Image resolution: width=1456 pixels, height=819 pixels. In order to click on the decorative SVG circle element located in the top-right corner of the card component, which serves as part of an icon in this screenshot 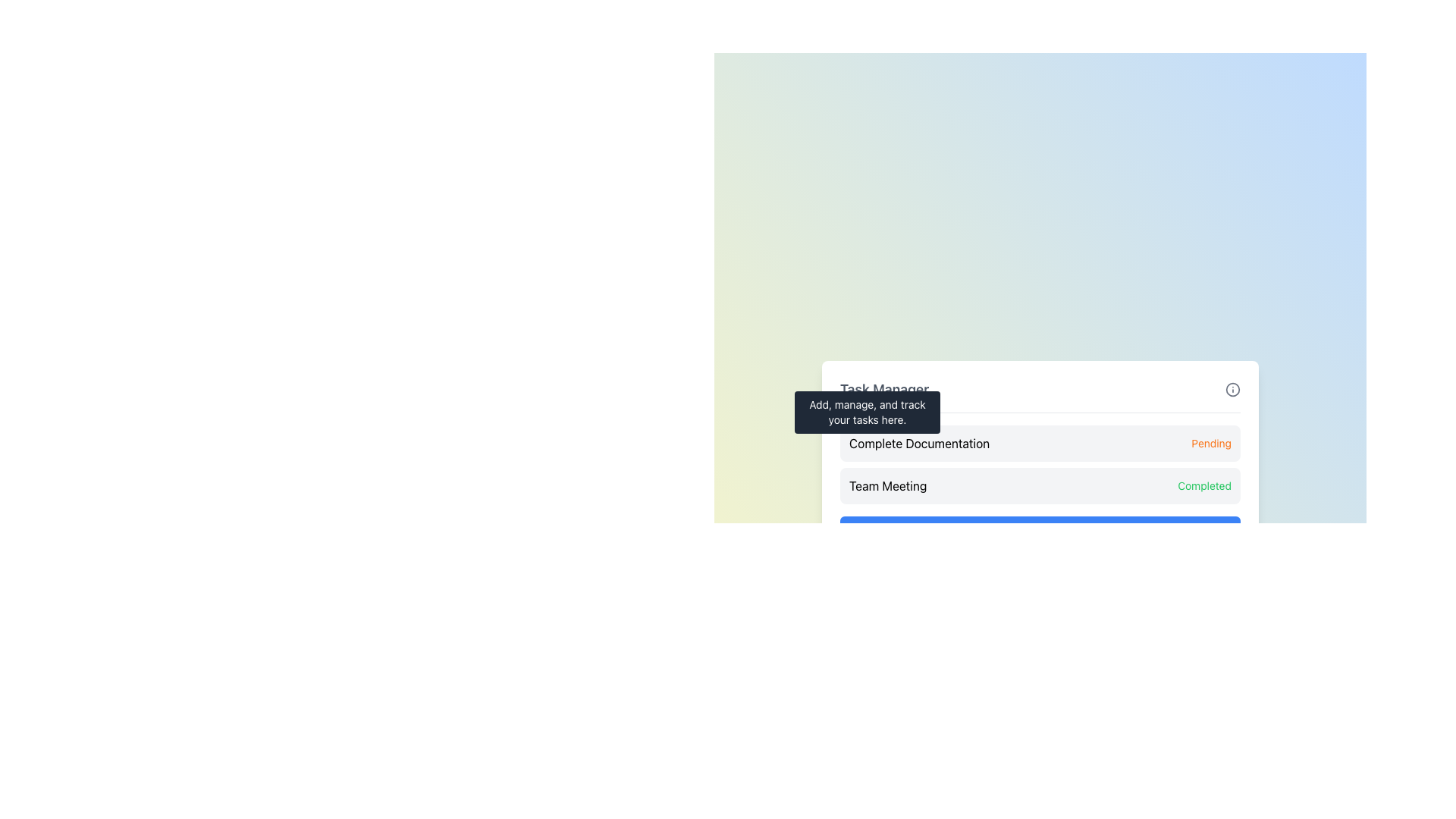, I will do `click(1233, 388)`.